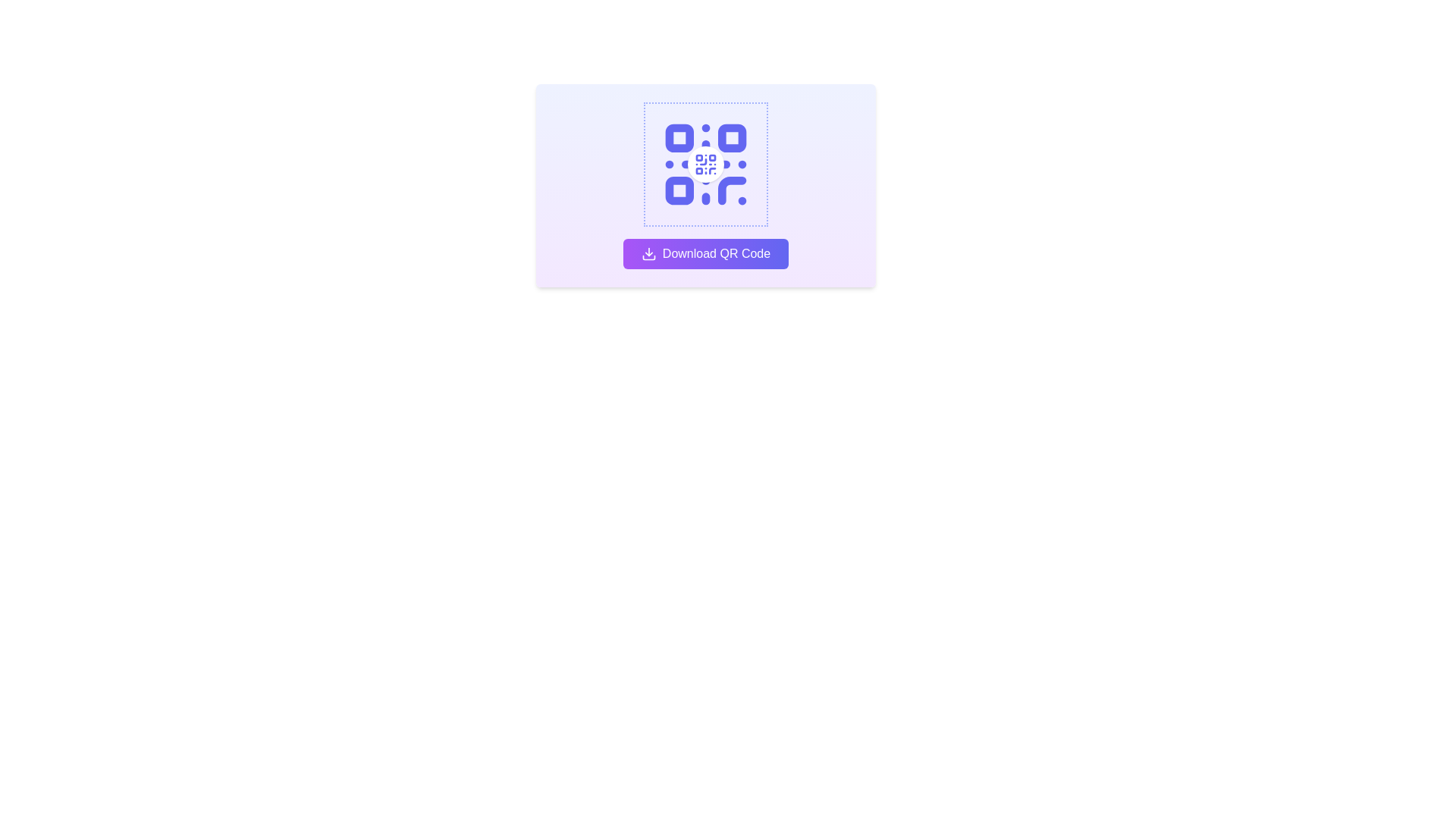  What do you see at coordinates (679, 138) in the screenshot?
I see `the small decorative square with rounded corners, styled in solid dark blue color, located at the upper-left corner of the QR code` at bounding box center [679, 138].